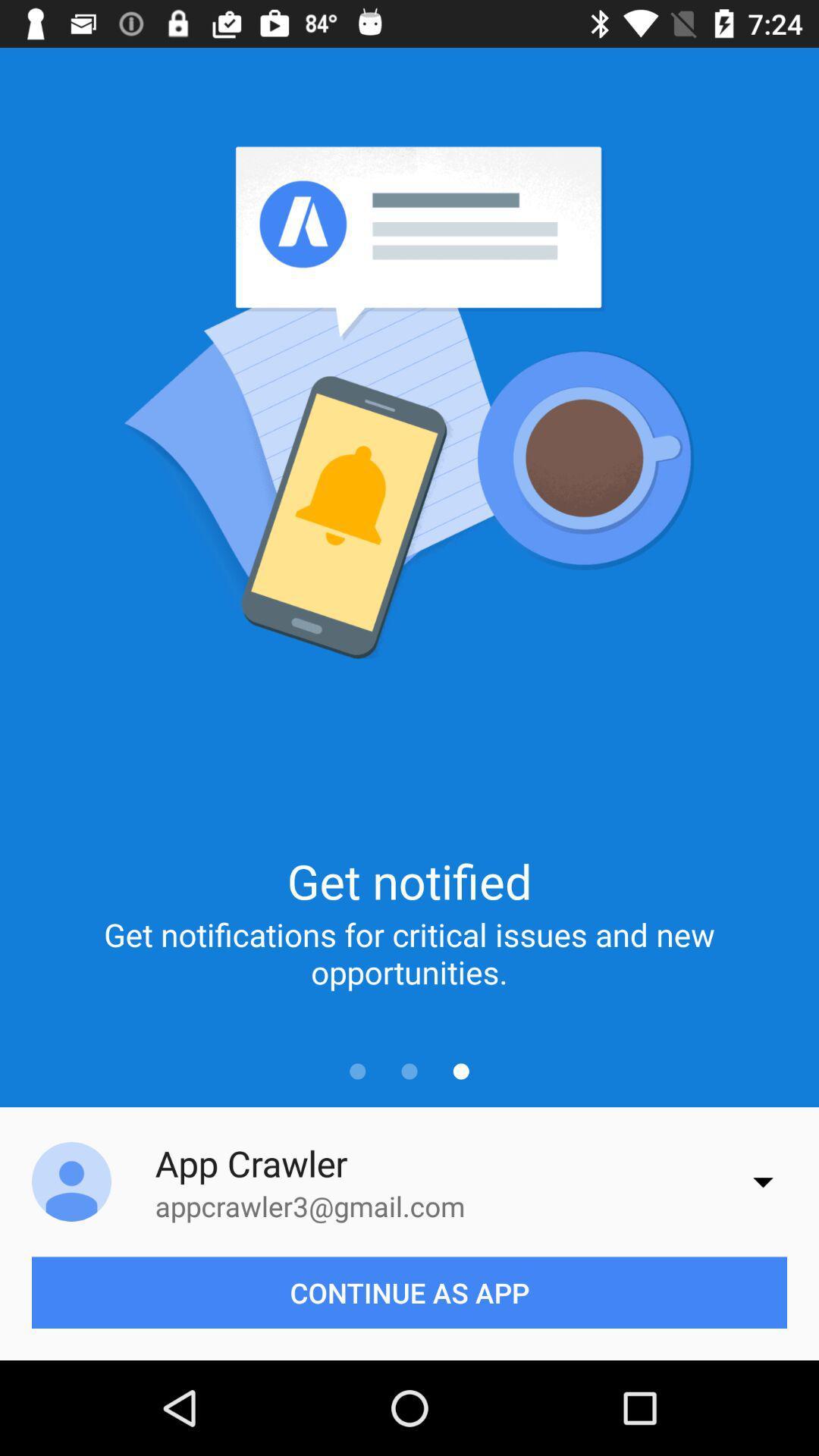 The height and width of the screenshot is (1456, 819). Describe the element at coordinates (409, 1291) in the screenshot. I see `continue as app item` at that location.